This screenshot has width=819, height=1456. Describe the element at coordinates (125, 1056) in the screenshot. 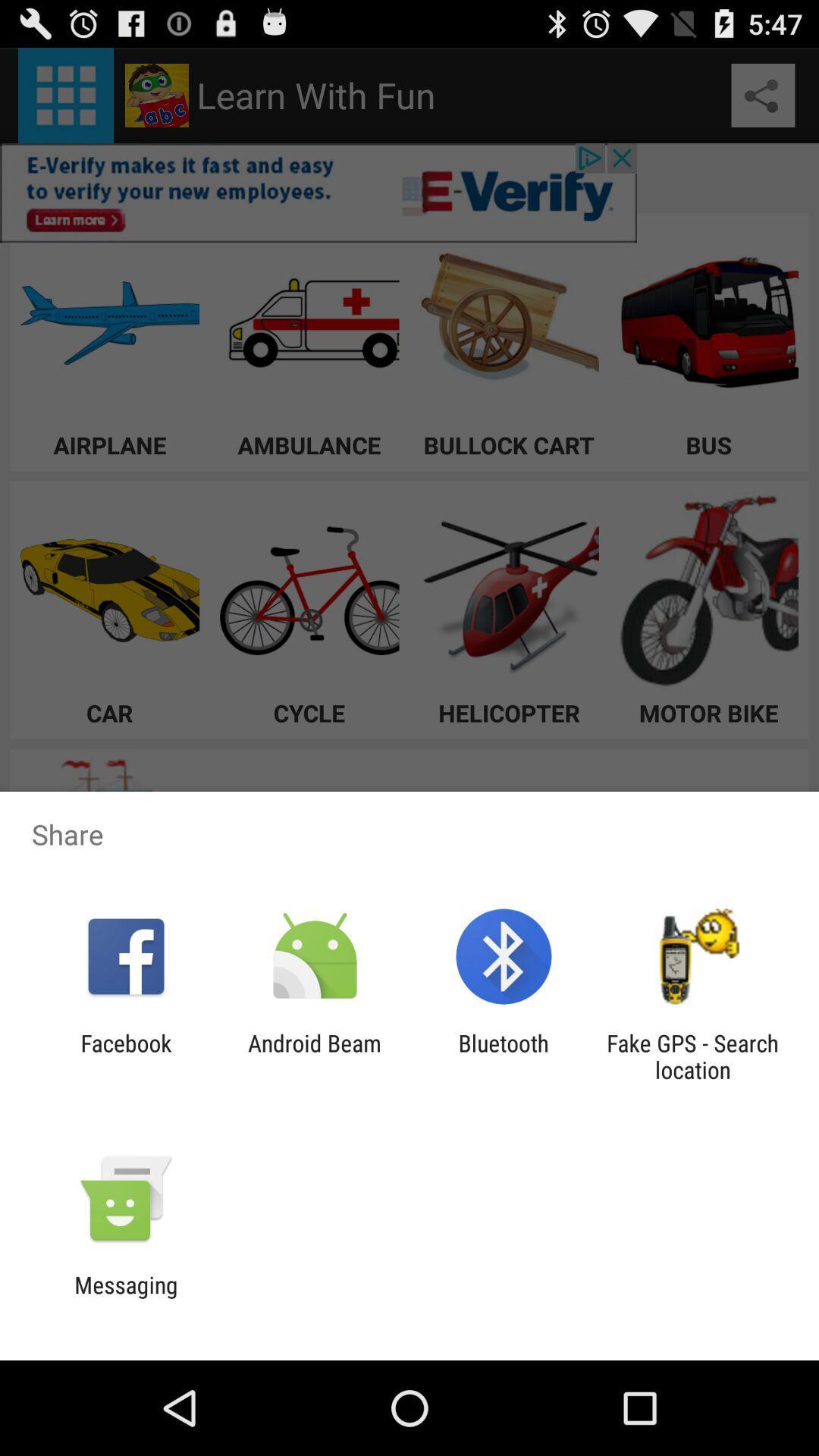

I see `facebook app` at that location.